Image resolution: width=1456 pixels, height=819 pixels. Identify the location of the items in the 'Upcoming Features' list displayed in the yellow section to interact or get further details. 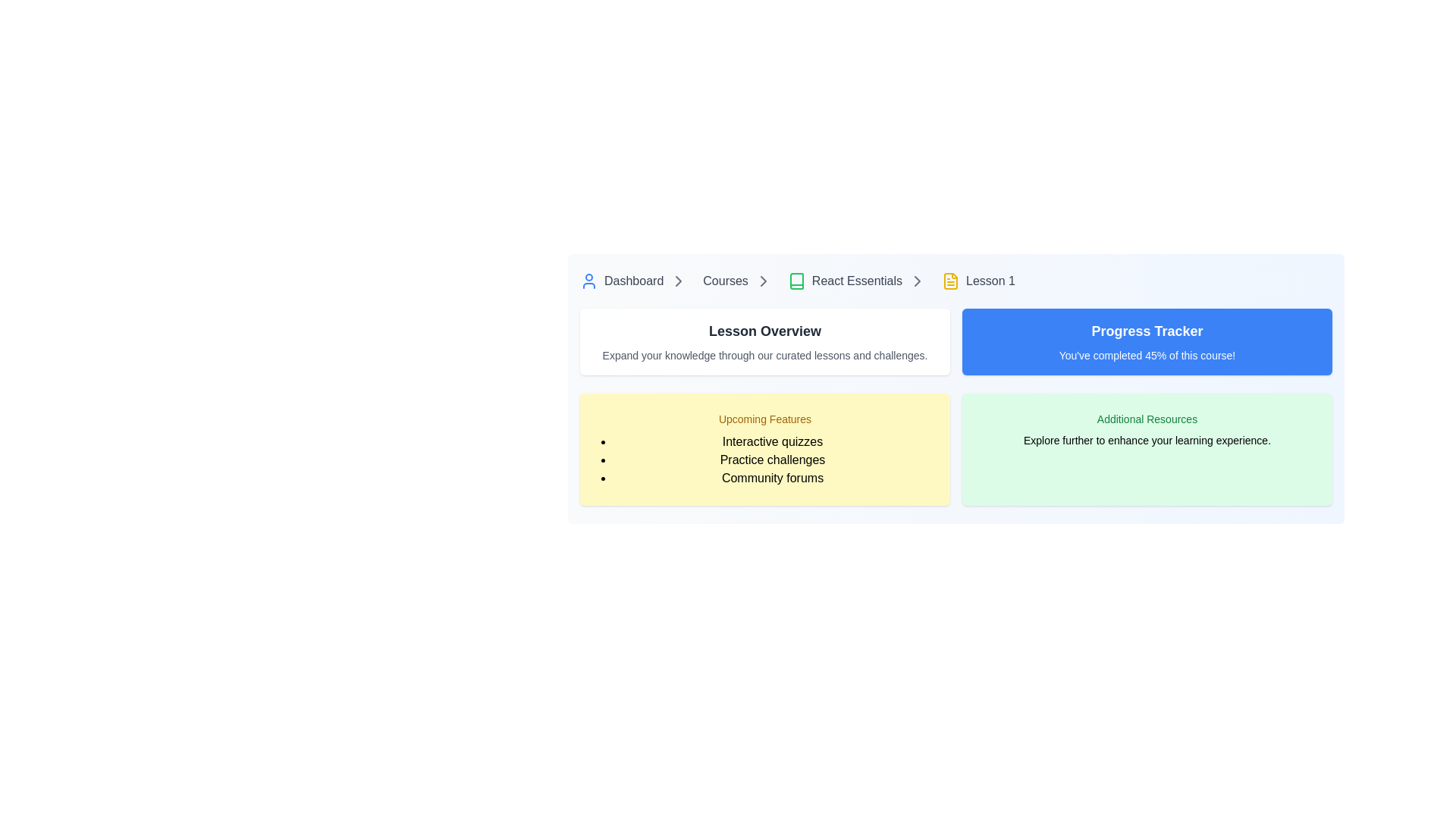
(764, 459).